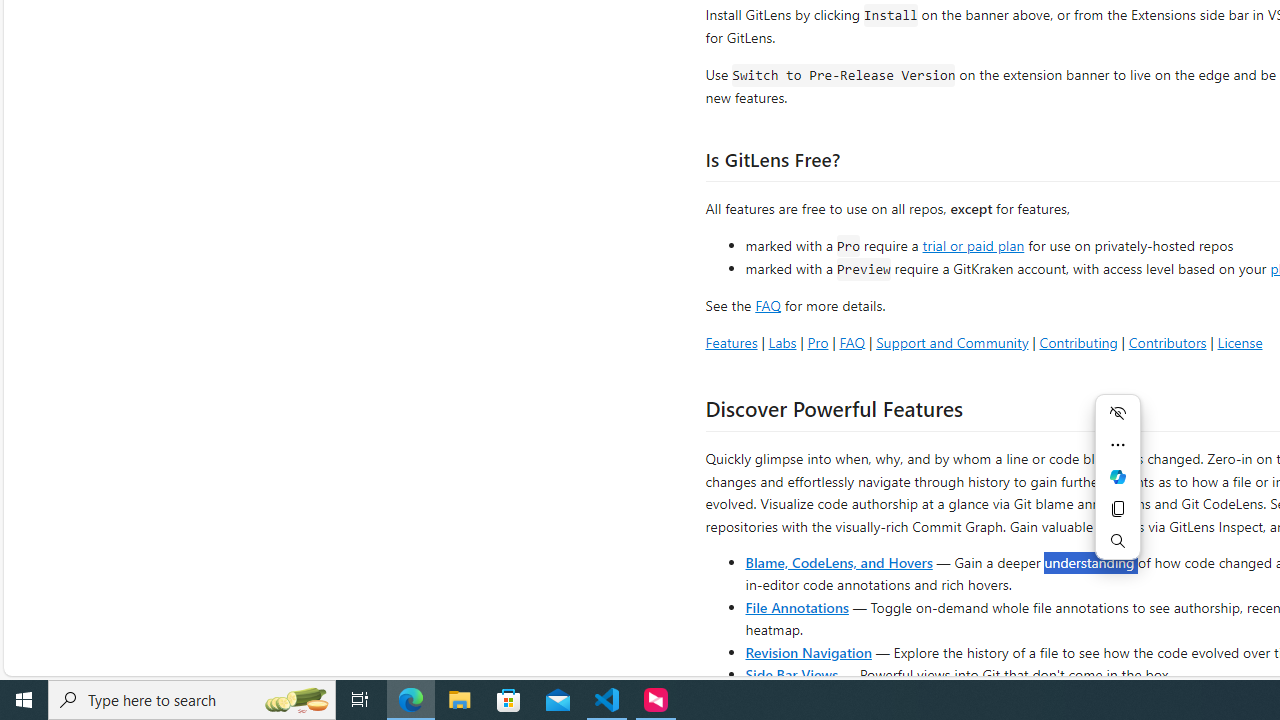 This screenshot has height=720, width=1280. What do you see at coordinates (1117, 443) in the screenshot?
I see `'More actions'` at bounding box center [1117, 443].